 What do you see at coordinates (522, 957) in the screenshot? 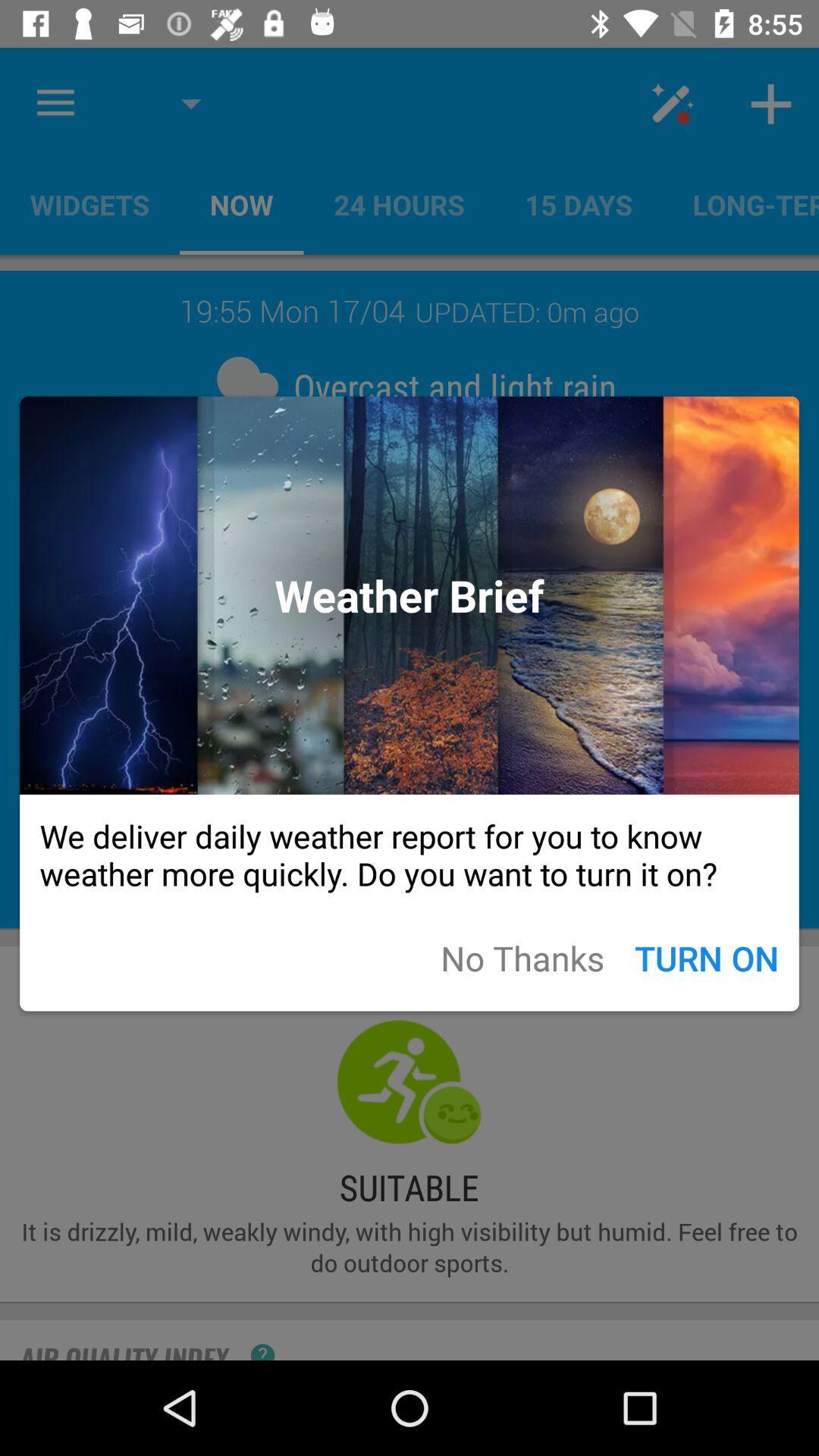
I see `no thanks icon` at bounding box center [522, 957].